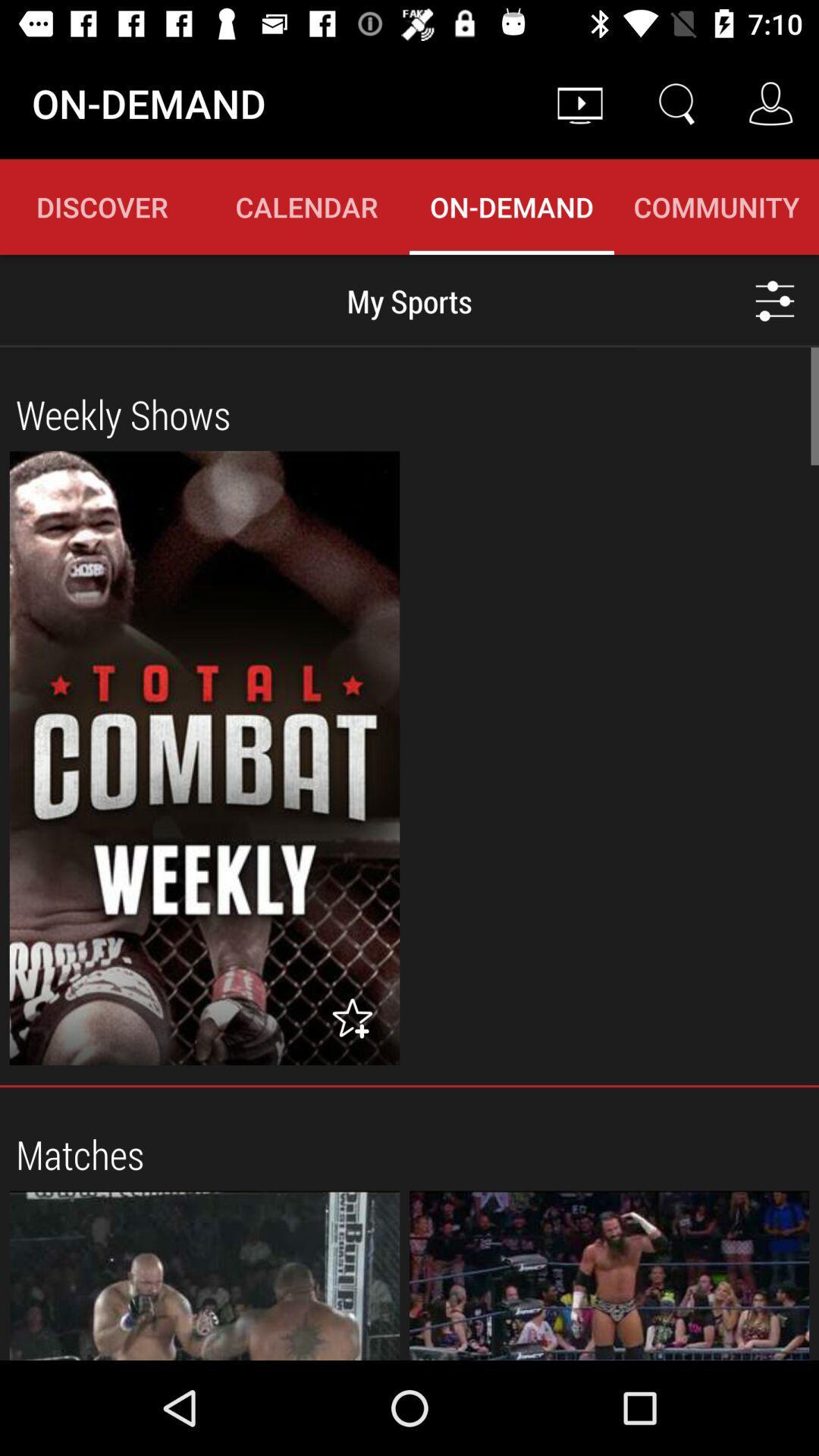 This screenshot has height=1456, width=819. What do you see at coordinates (307, 206) in the screenshot?
I see `the button which is left side ondemand` at bounding box center [307, 206].